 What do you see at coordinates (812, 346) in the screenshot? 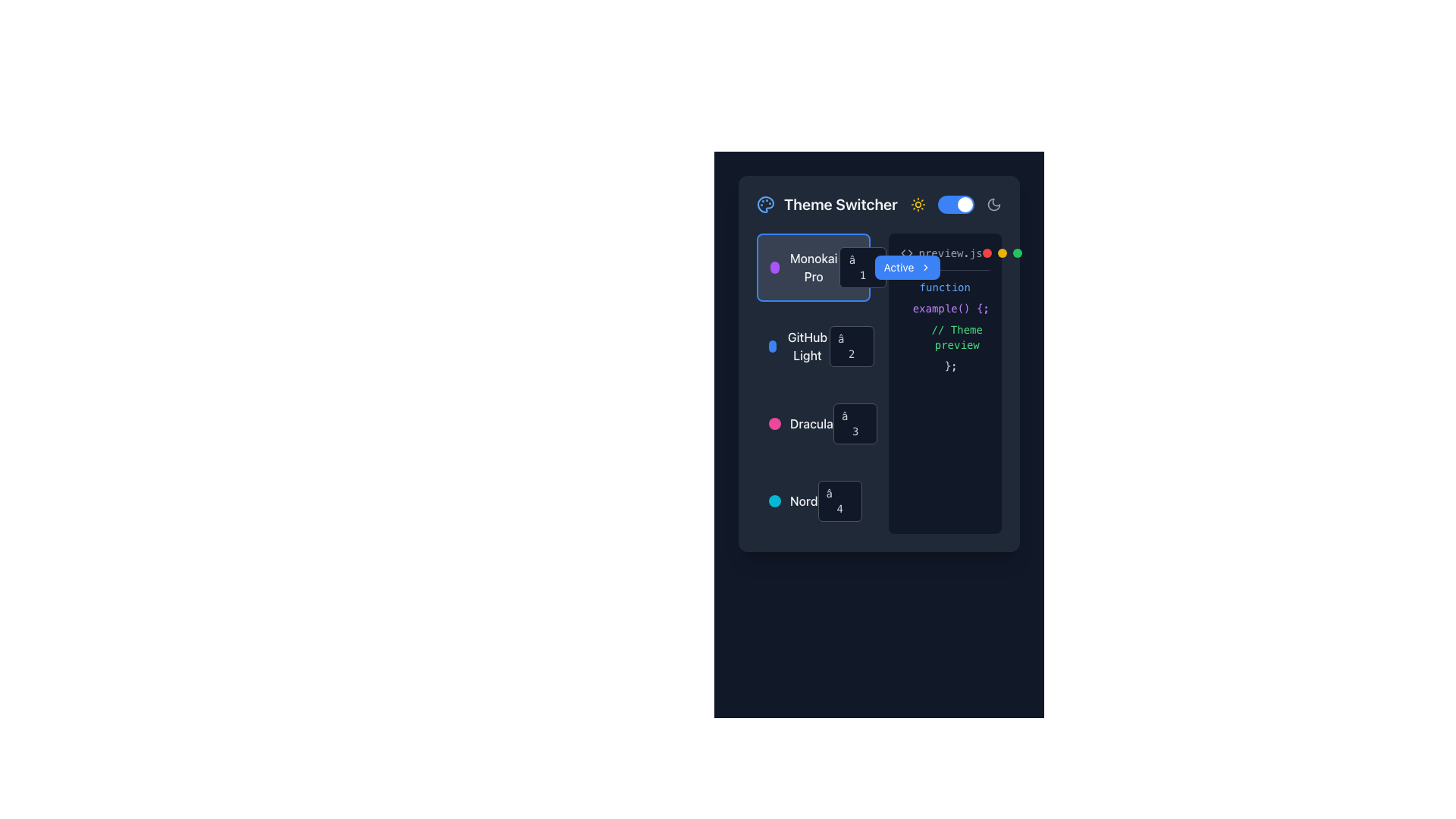
I see `the 'GitHub Light' selectable theme option, which is the second item in the theme selector interface` at bounding box center [812, 346].